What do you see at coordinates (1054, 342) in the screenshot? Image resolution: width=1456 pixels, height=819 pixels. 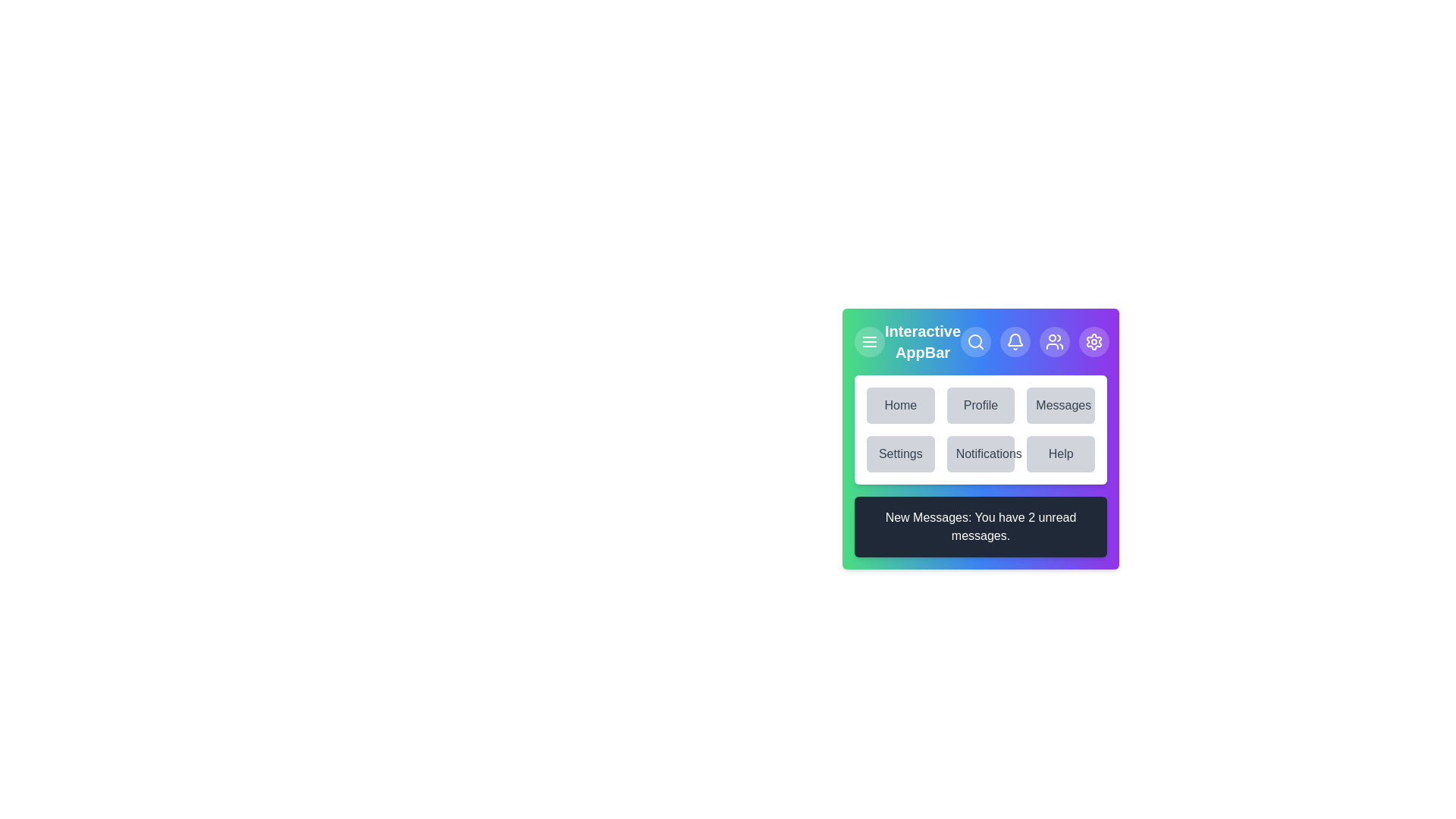 I see `the user icon to manage user-related actions` at bounding box center [1054, 342].